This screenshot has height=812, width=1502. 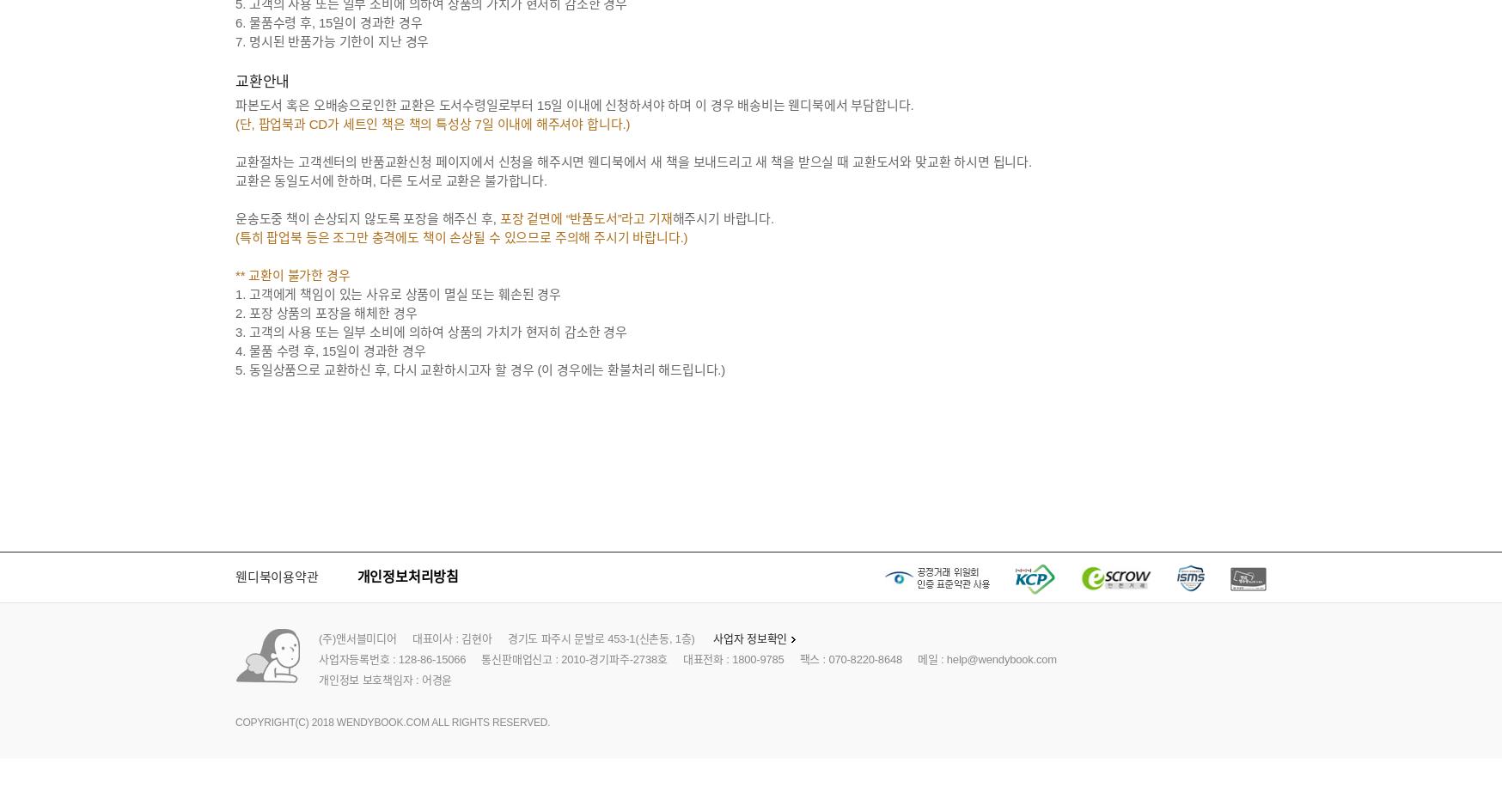 What do you see at coordinates (574, 104) in the screenshot?
I see `'파본도서 혹은 오배송으로인한 교환은 도서수령일로부터 15일 이내에 신청하셔야 하며 이 경우 배송비는 웬디북에서 부담합니다.'` at bounding box center [574, 104].